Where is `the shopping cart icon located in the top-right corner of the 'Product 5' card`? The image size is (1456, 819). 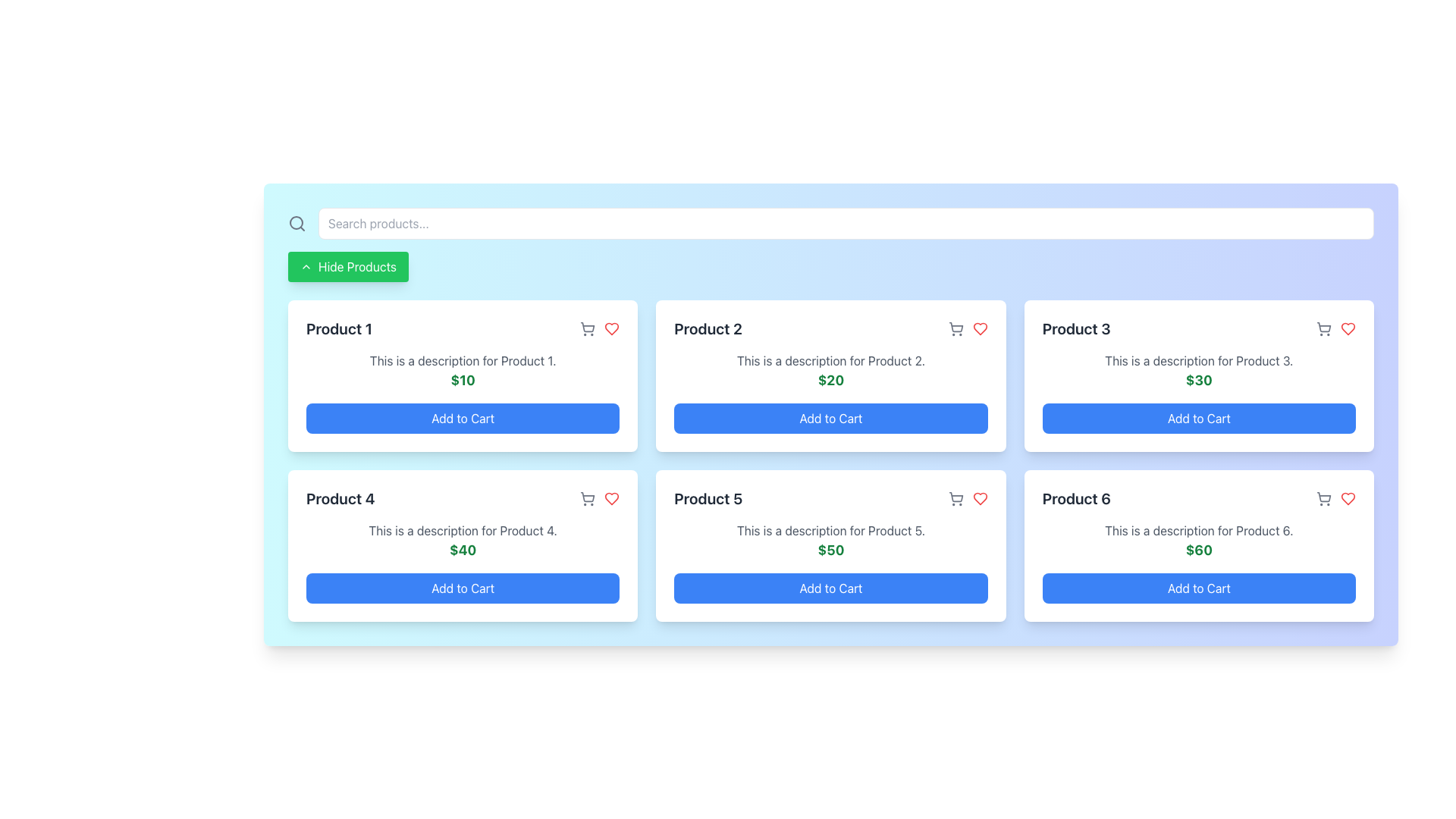
the shopping cart icon located in the top-right corner of the 'Product 5' card is located at coordinates (967, 499).